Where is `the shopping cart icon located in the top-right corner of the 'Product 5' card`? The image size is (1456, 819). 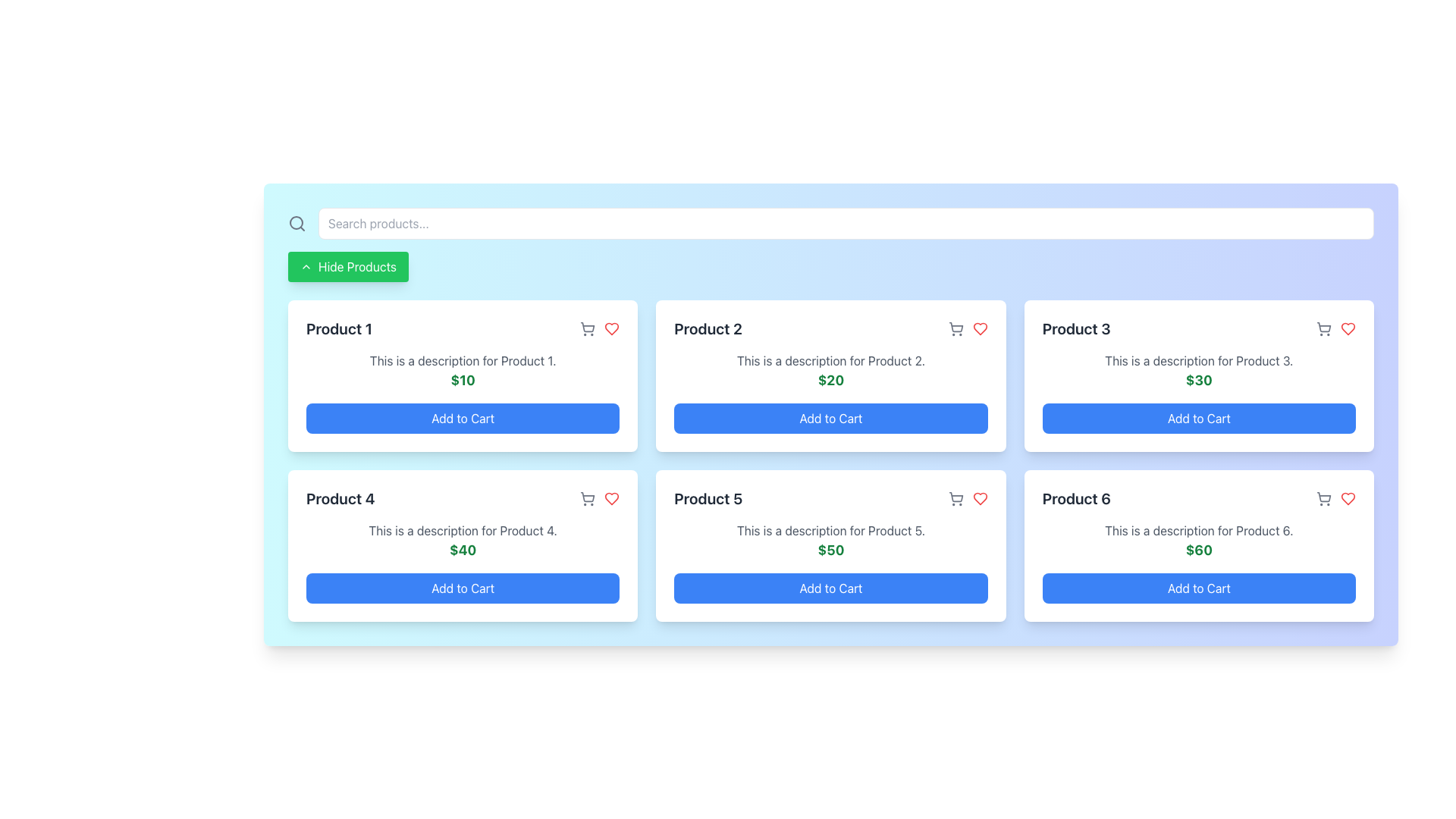
the shopping cart icon located in the top-right corner of the 'Product 5' card is located at coordinates (967, 499).